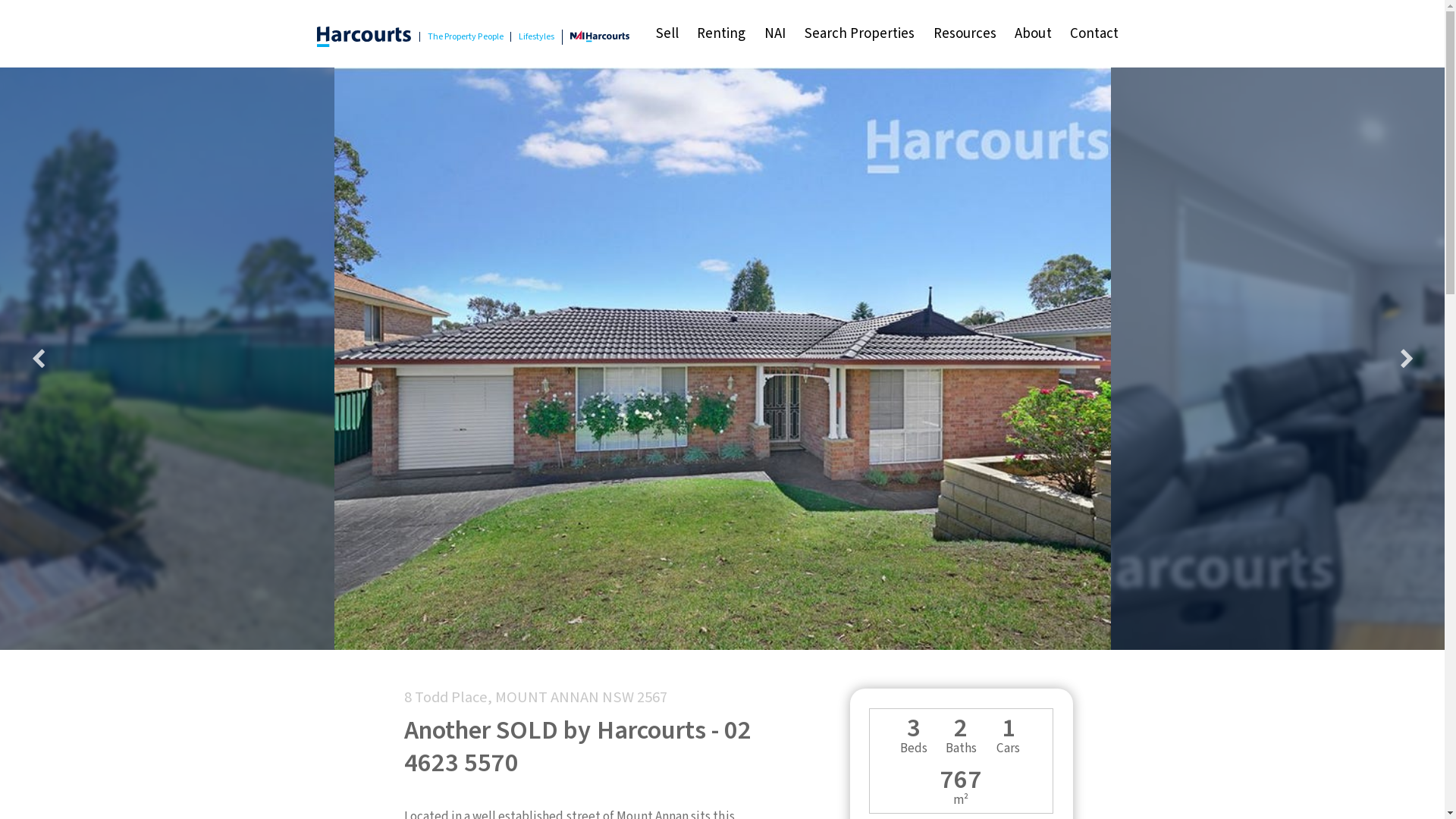  Describe the element at coordinates (964, 34) in the screenshot. I see `'Resources'` at that location.